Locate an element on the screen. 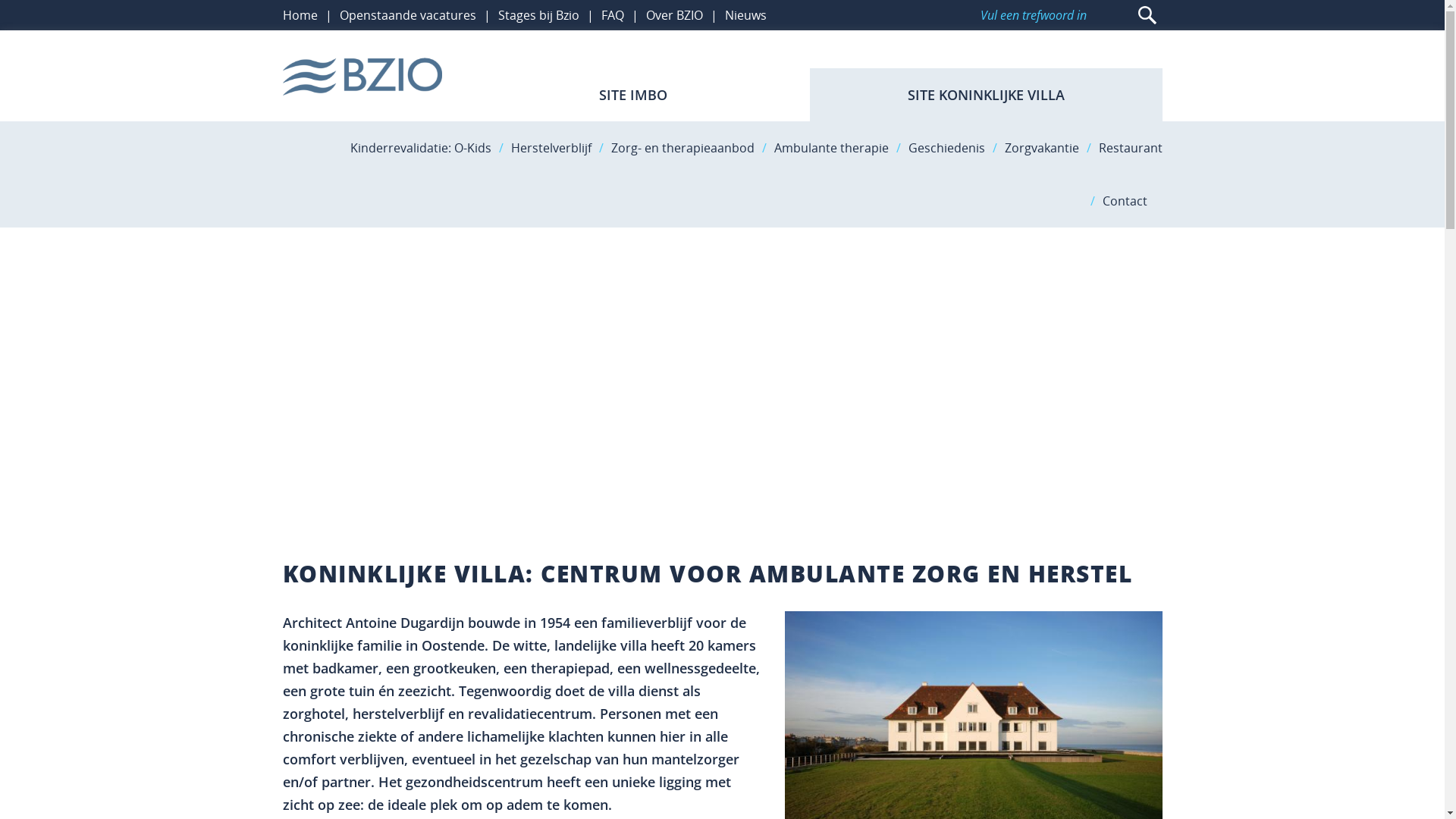  'Zorg- en therapieaanbod' is located at coordinates (682, 148).